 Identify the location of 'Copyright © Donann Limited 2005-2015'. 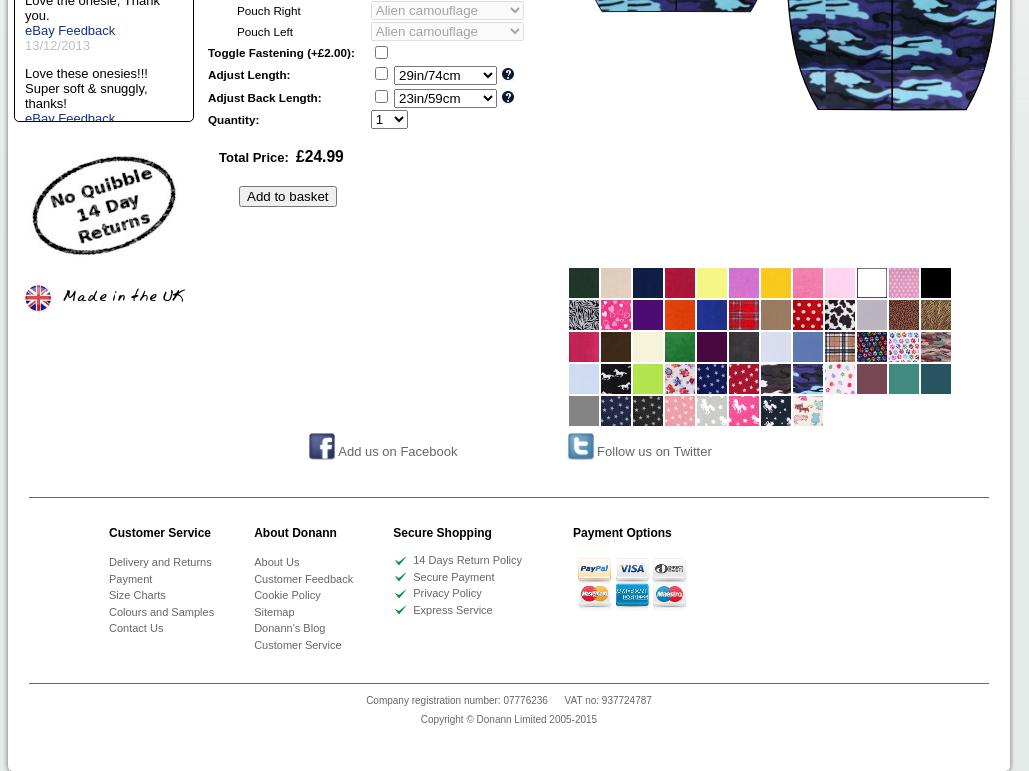
(419, 719).